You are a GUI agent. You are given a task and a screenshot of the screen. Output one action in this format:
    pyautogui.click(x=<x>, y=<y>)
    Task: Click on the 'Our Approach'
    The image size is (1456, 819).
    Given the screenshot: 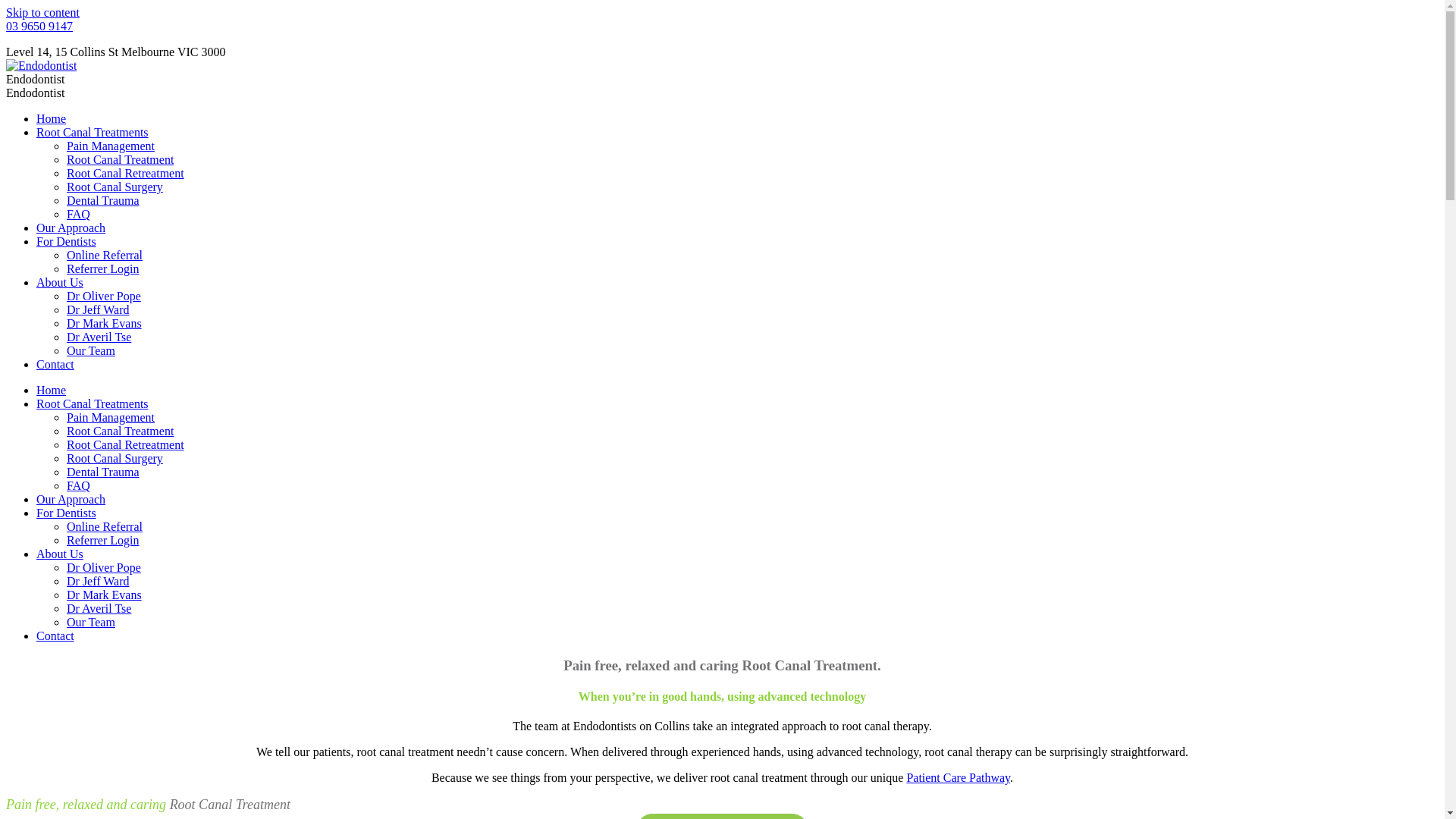 What is the action you would take?
    pyautogui.click(x=70, y=499)
    